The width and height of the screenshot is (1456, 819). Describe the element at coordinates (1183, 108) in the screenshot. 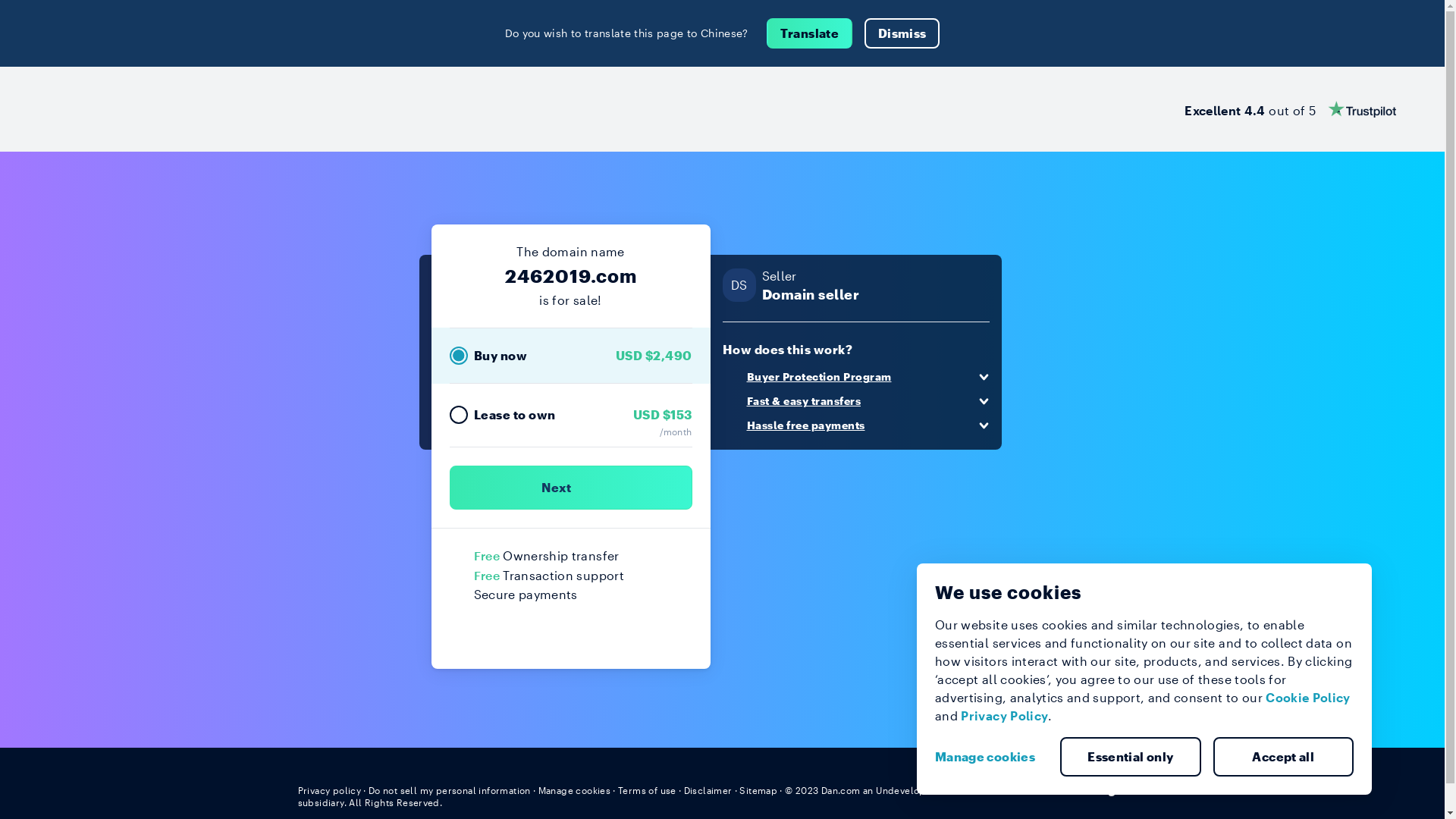

I see `'Excellent 4.4 out of 5'` at that location.